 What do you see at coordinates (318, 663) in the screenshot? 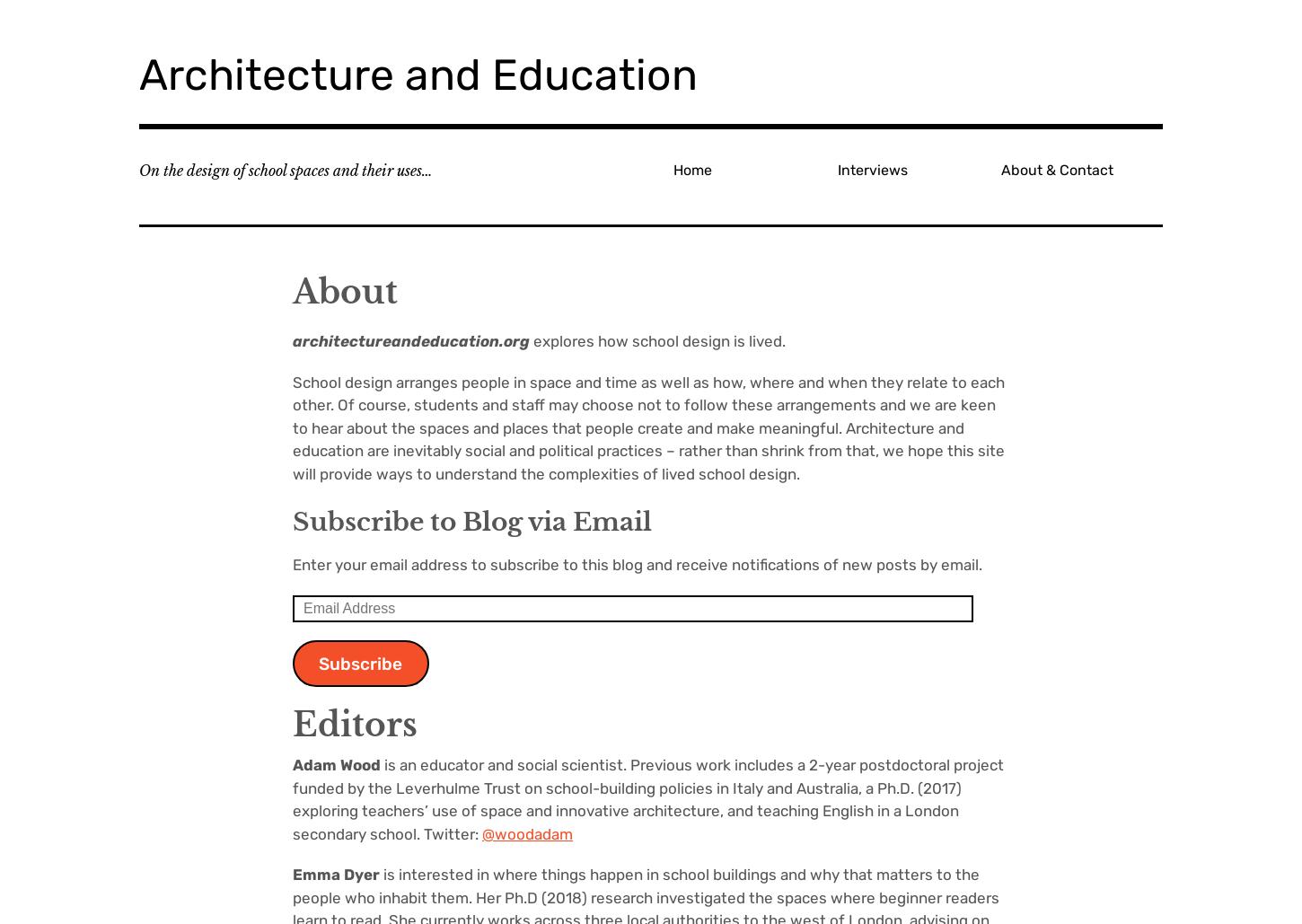
I see `'Subscribe'` at bounding box center [318, 663].